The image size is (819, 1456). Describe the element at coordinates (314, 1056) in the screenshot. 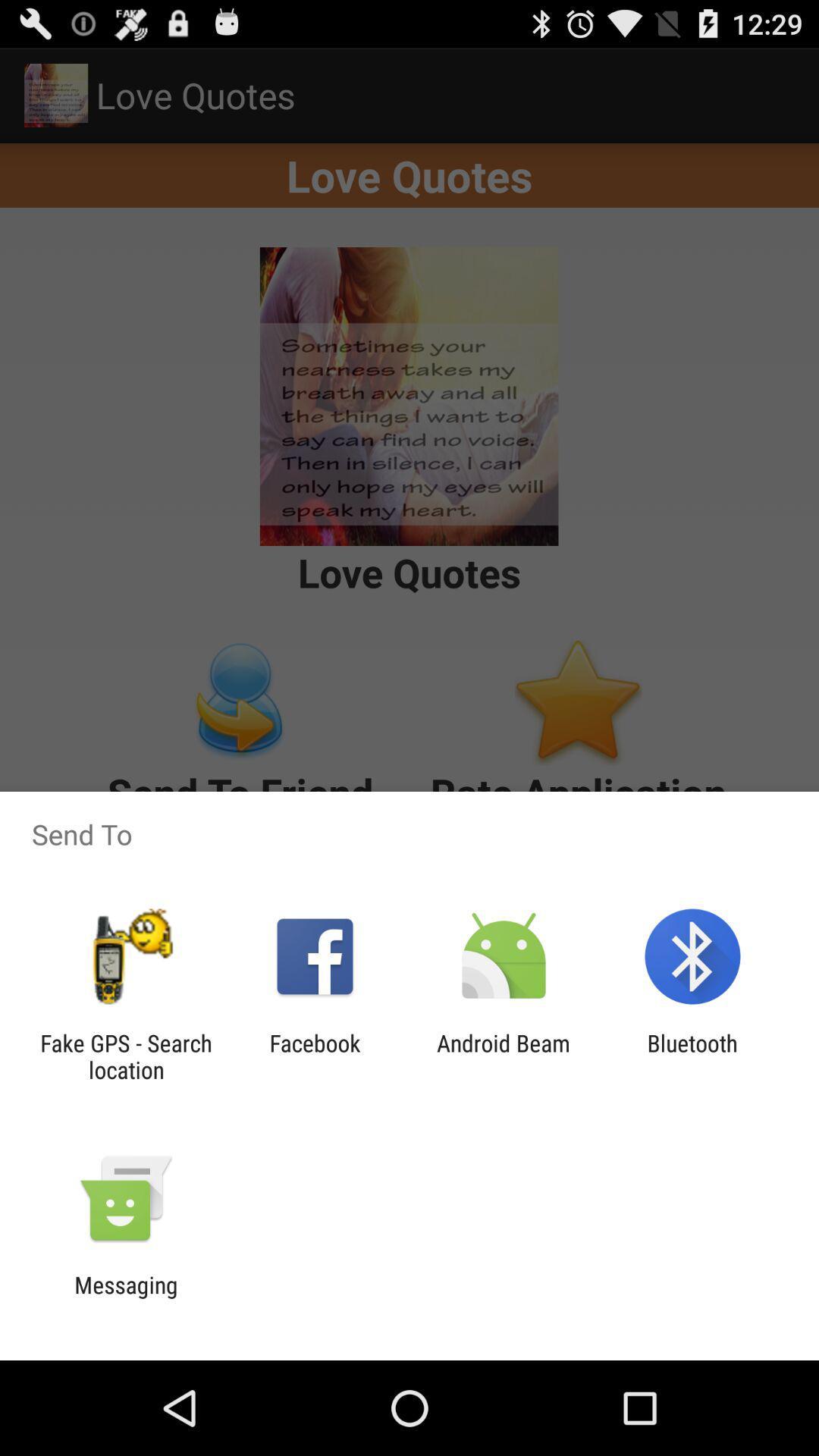

I see `the app to the right of the fake gps search` at that location.